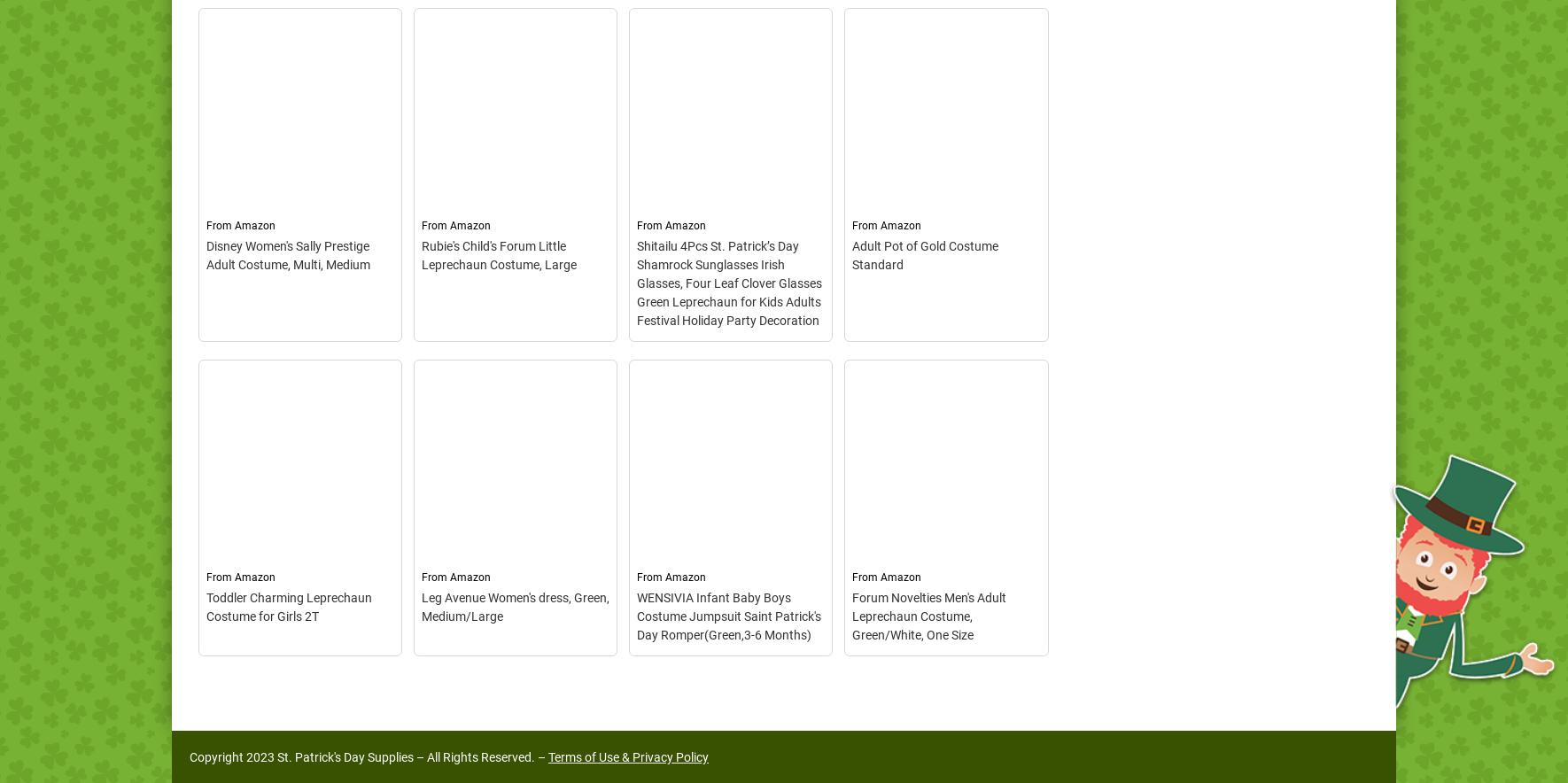  I want to click on '–    Color: Green, great shamrock costume clover sunglasses for a party or event where a leprechaun costume is desired; Package includes: You will receive 4 pairs of...', so click(727, 556).